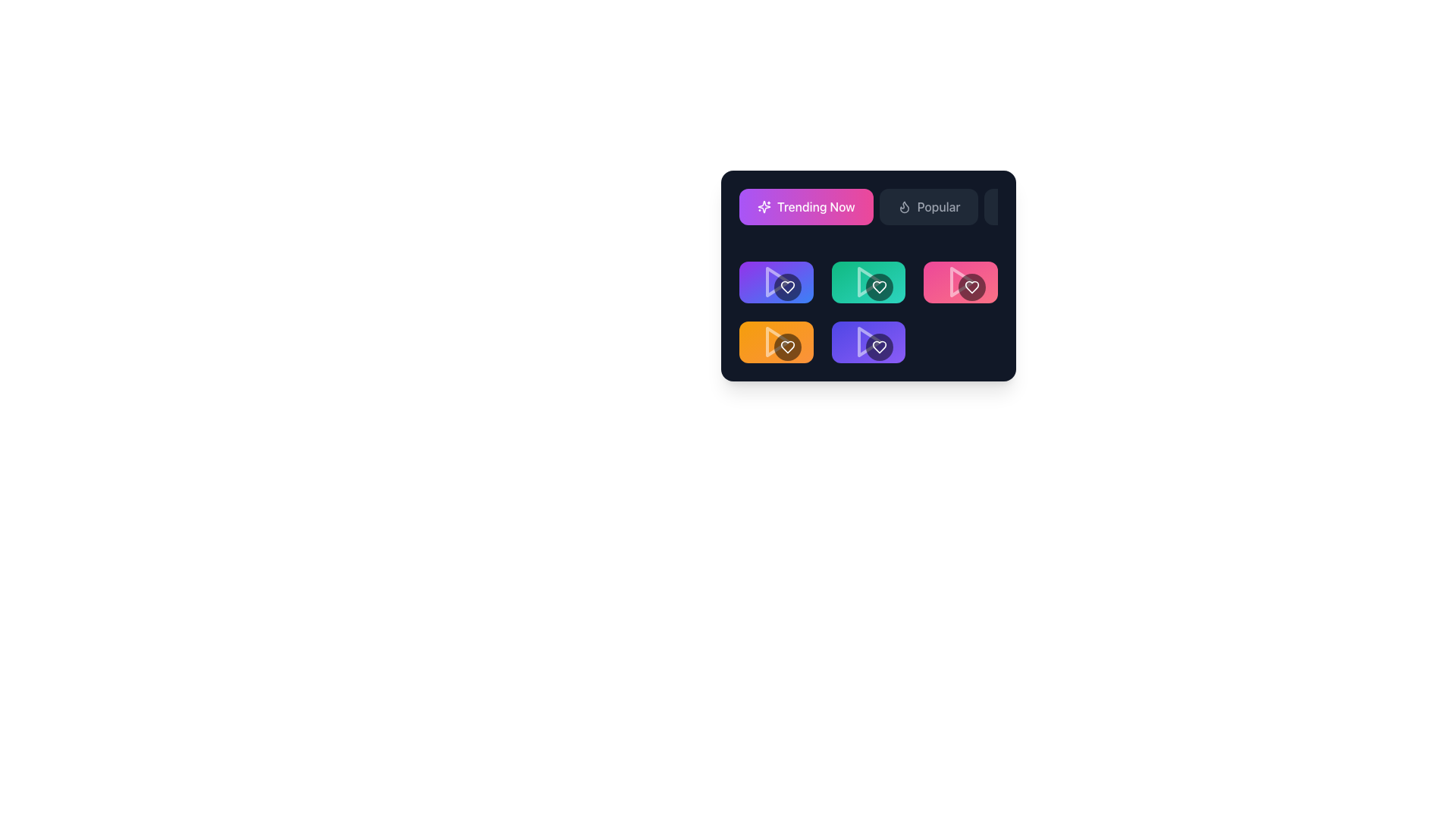  I want to click on the interactive video thumbnail button, which is a rounded rectangular button with a vibrant orange gradient background and a play icon with a heart symbol, located at the fourth position in a 2x3 grid layout, so click(776, 342).